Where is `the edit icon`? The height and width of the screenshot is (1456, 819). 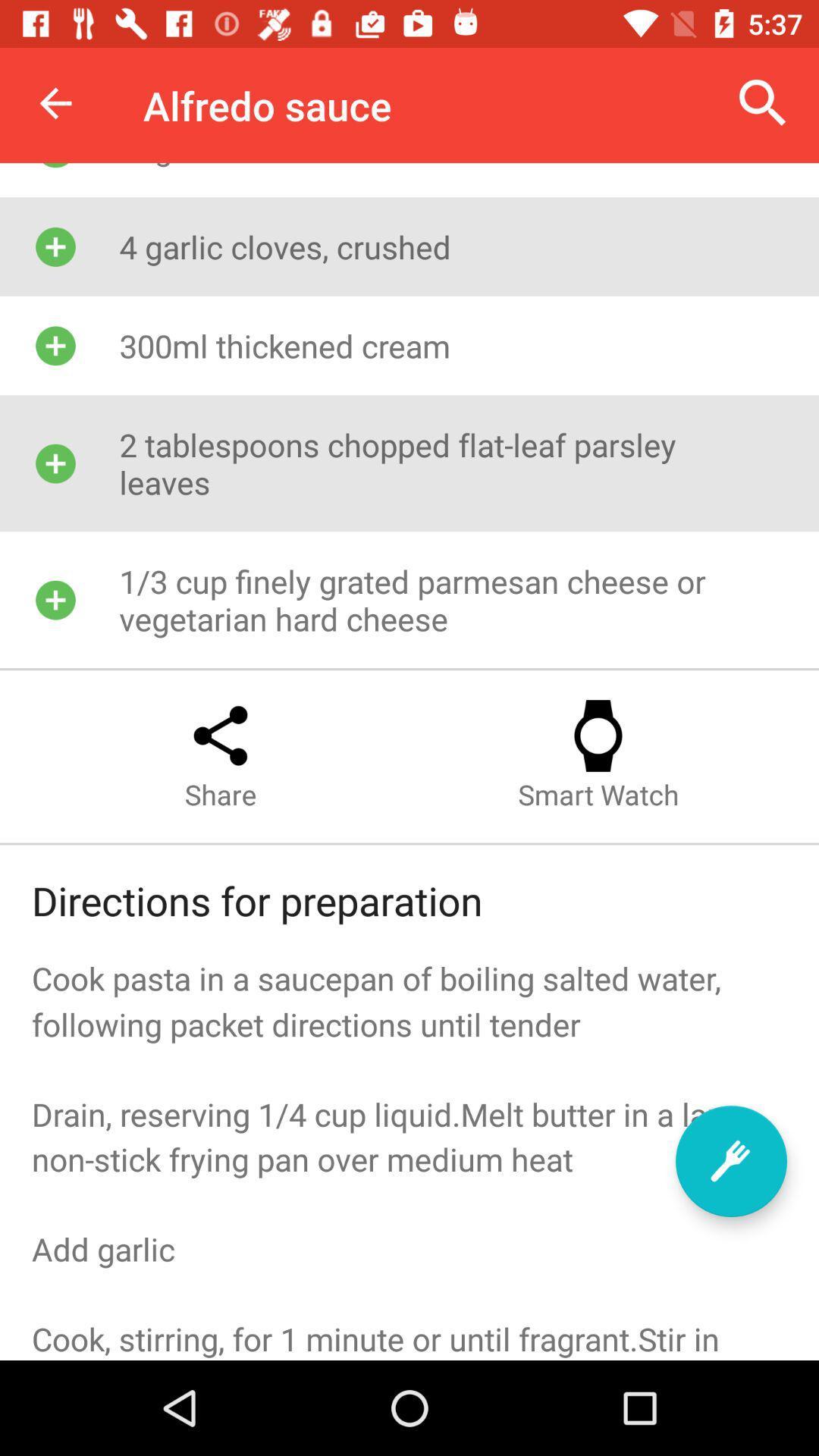 the edit icon is located at coordinates (730, 1160).